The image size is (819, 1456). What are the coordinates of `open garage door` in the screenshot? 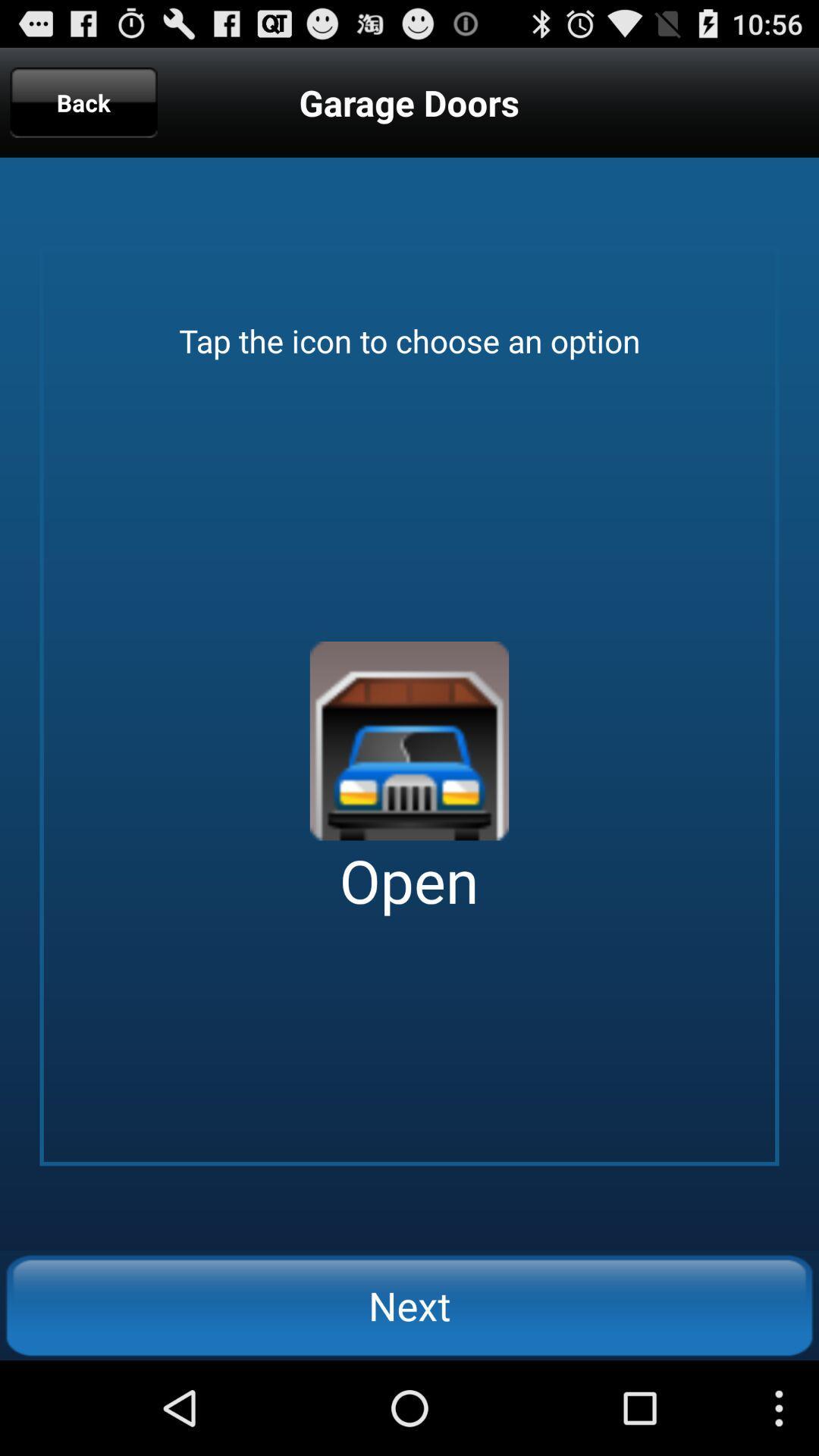 It's located at (409, 741).